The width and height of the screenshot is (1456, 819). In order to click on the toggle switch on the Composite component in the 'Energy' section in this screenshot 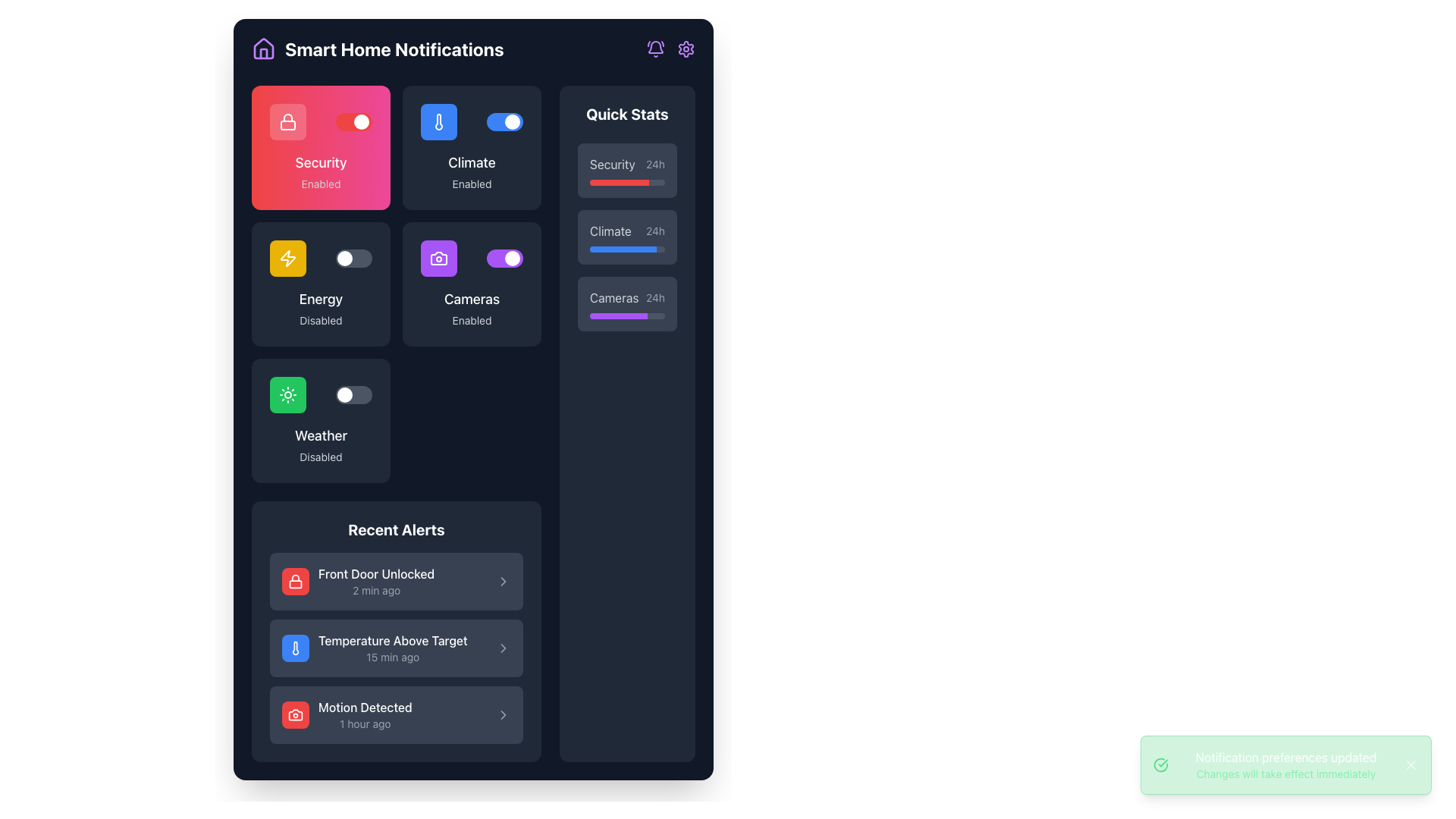, I will do `click(320, 257)`.